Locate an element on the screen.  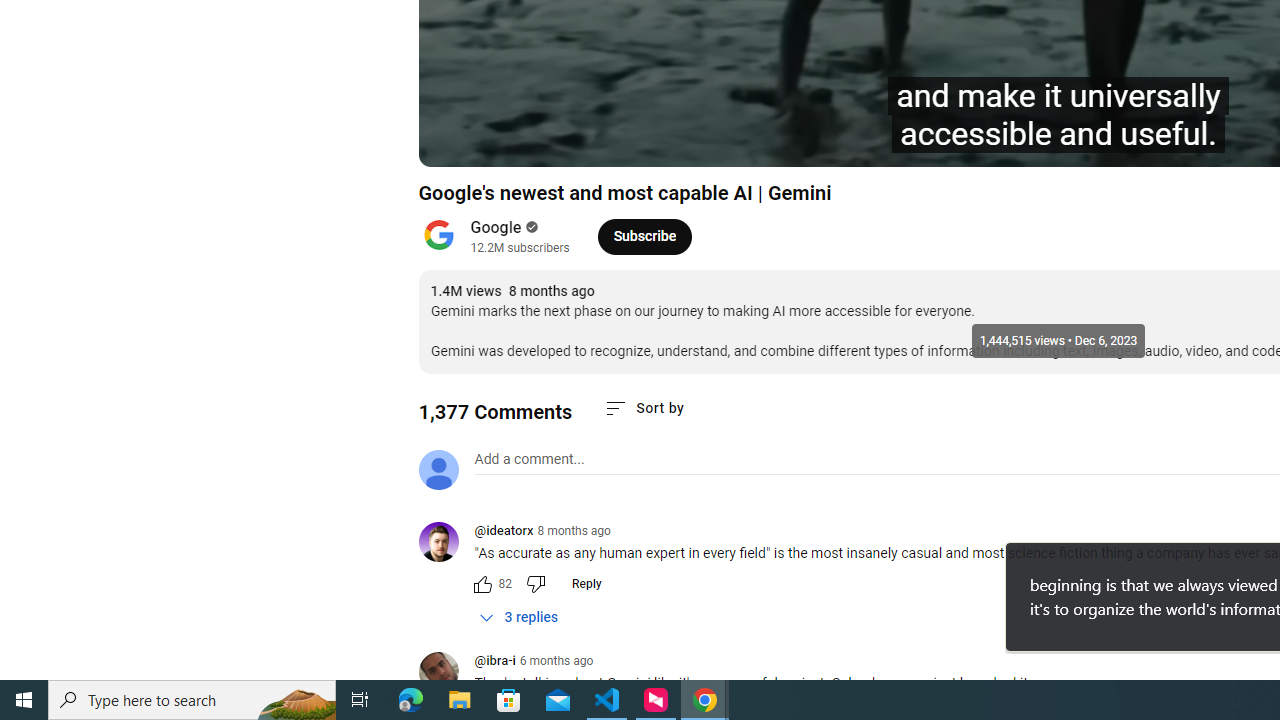
'AutomationID: simplebox-placeholder' is located at coordinates (529, 459).